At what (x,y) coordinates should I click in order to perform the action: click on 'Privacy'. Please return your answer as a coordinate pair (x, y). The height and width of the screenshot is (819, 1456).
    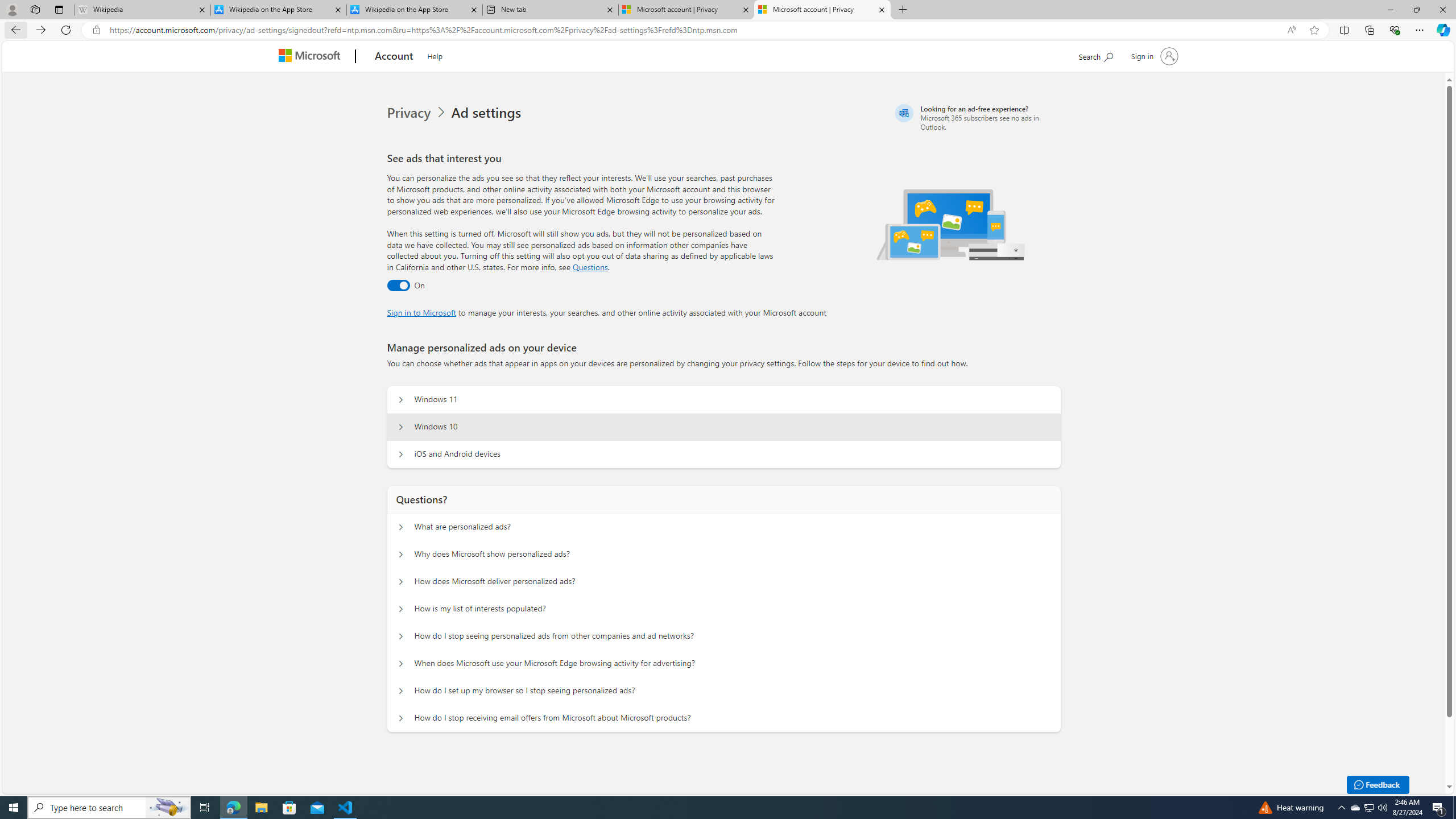
    Looking at the image, I should click on (410, 113).